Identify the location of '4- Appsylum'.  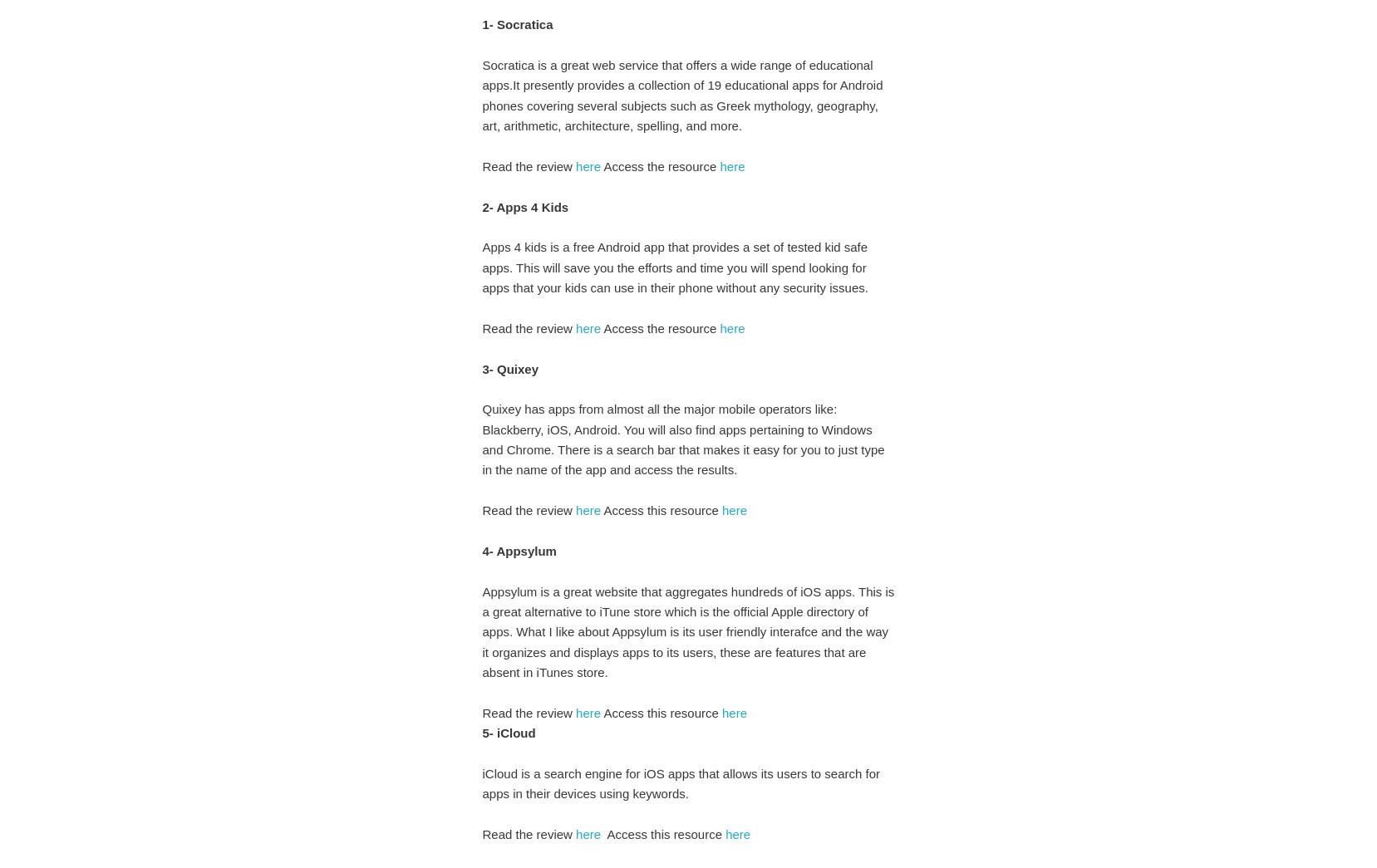
(519, 550).